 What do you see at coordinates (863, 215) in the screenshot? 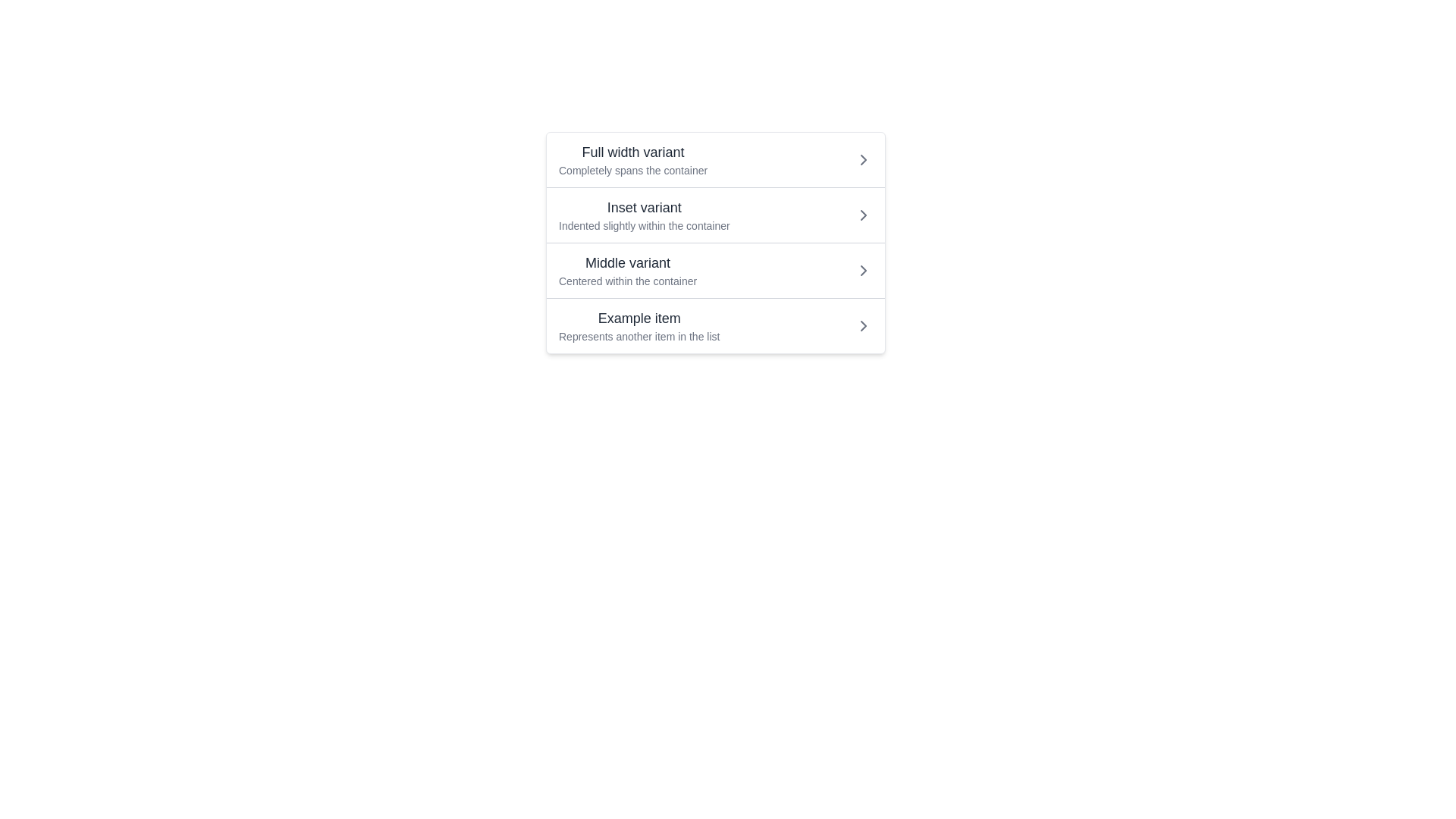
I see `the gray right-pointing arrow icon located to the far right of the 'Inset variant' list item in the menu` at bounding box center [863, 215].